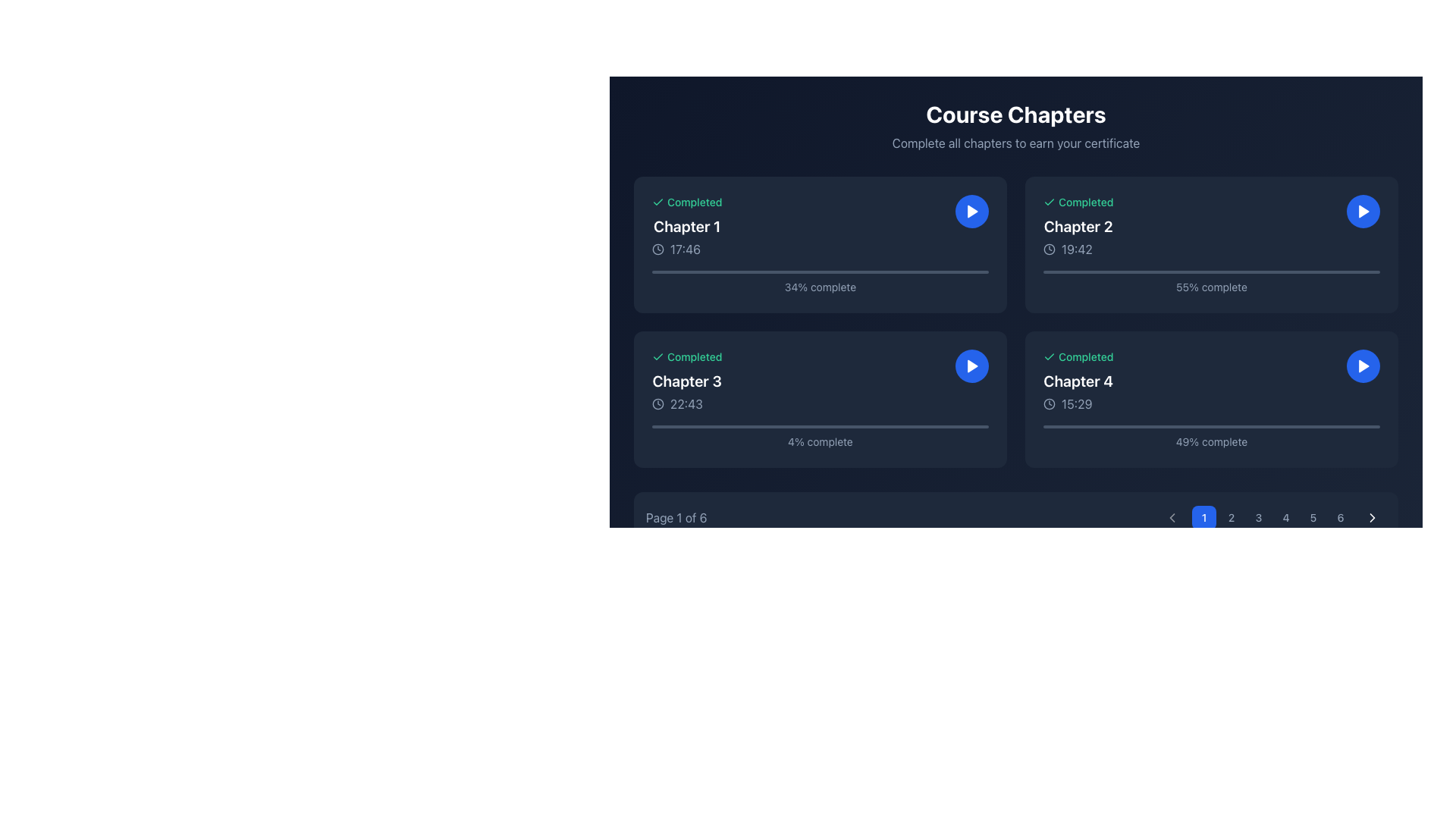 The image size is (1456, 819). What do you see at coordinates (971, 366) in the screenshot?
I see `the circular blue button with a white triangular play icon located in the lower-right corner of the 'Chapter 3' card` at bounding box center [971, 366].